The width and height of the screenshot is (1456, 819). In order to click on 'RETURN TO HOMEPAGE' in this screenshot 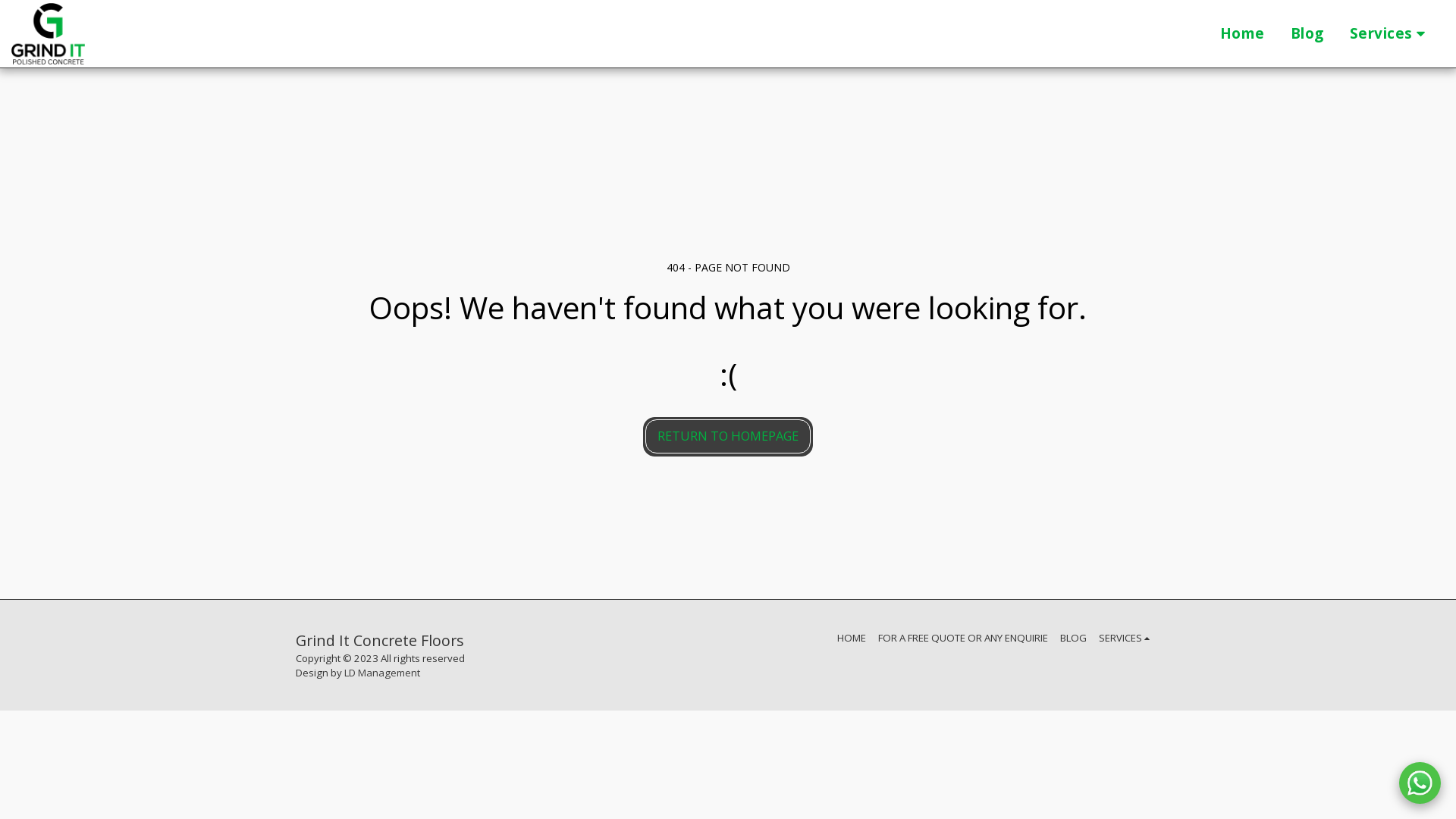, I will do `click(728, 436)`.